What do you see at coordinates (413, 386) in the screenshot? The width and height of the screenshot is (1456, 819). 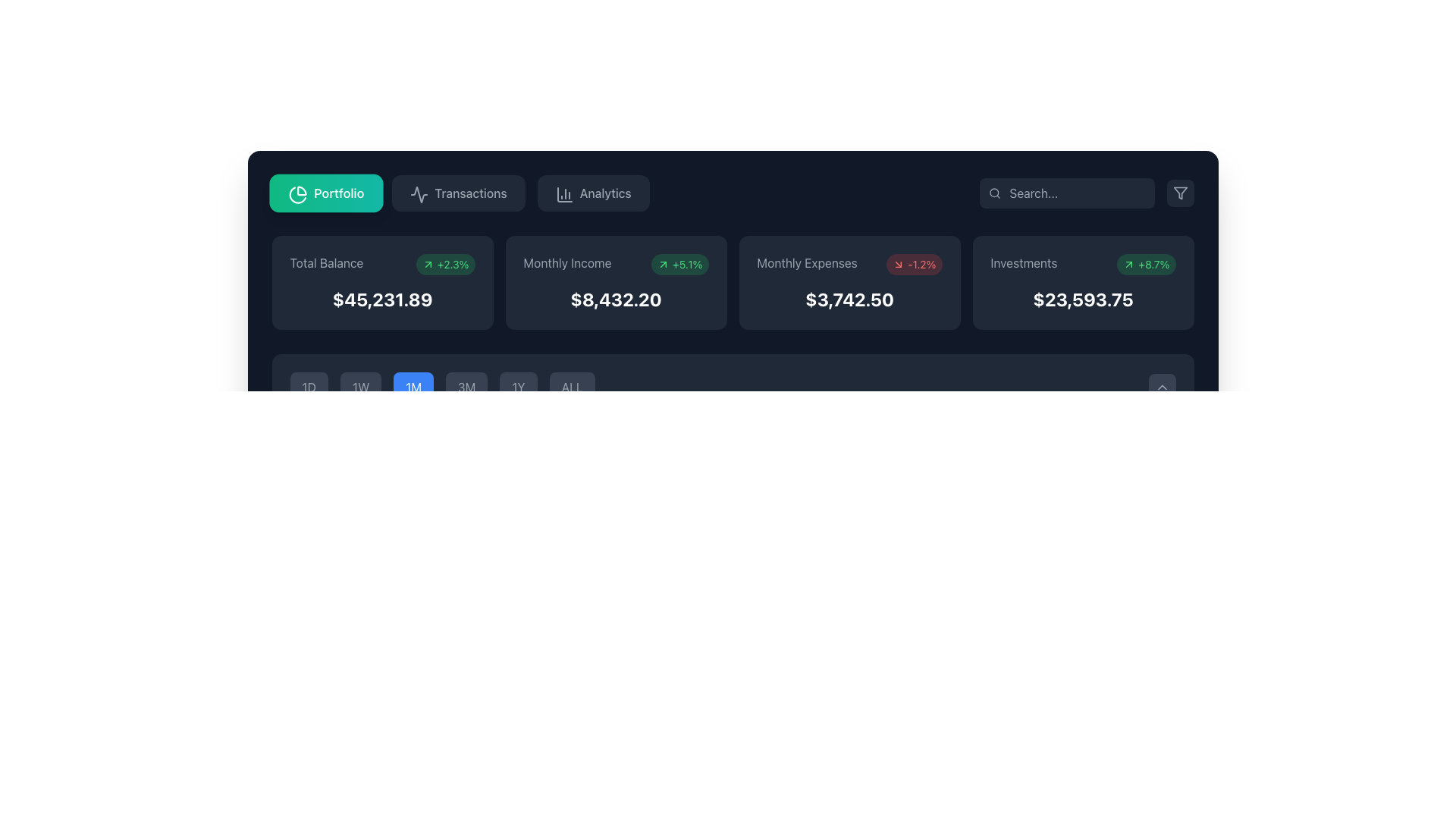 I see `the blue button labeled '1M'` at bounding box center [413, 386].